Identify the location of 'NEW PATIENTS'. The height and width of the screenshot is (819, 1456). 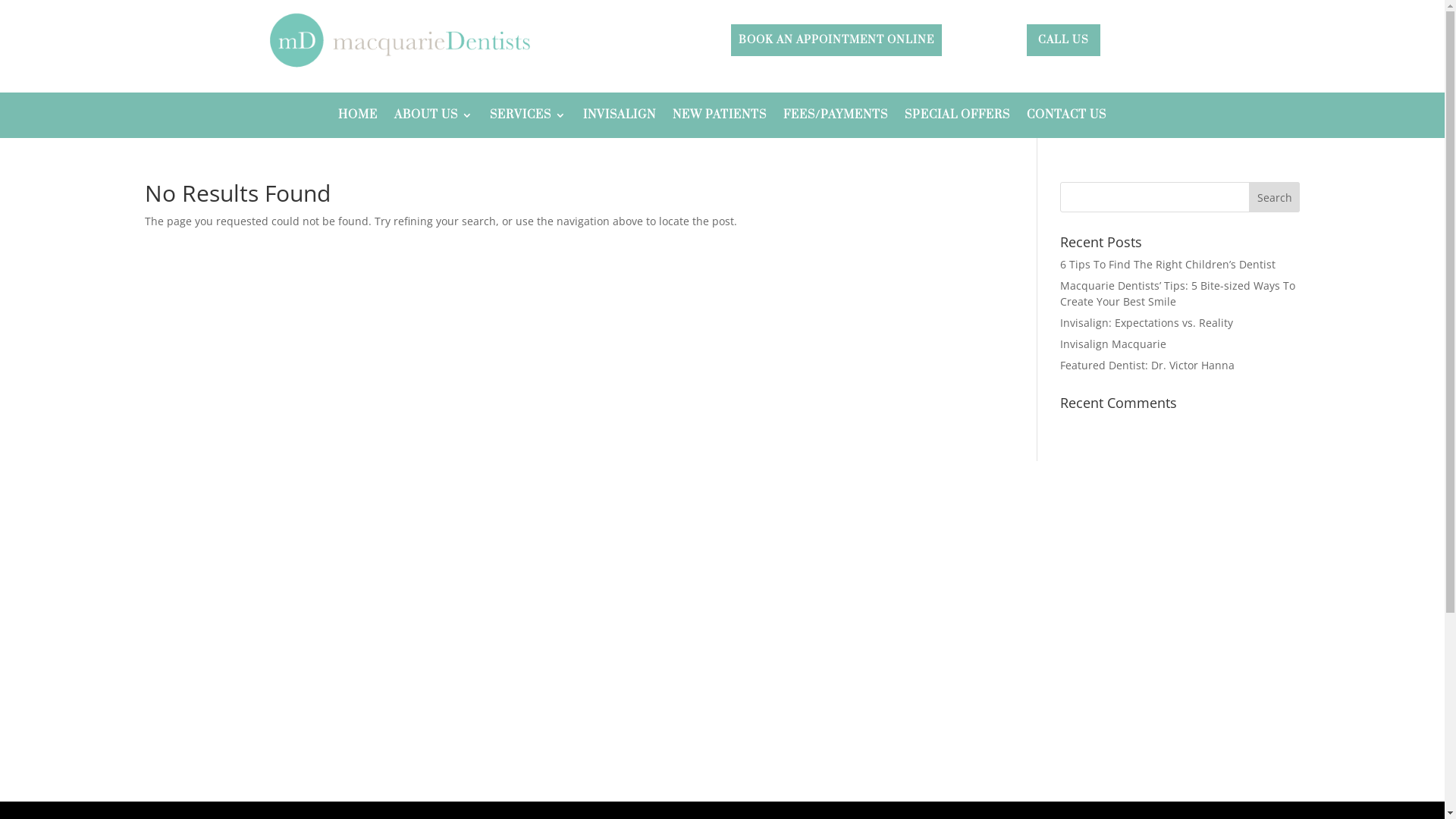
(672, 117).